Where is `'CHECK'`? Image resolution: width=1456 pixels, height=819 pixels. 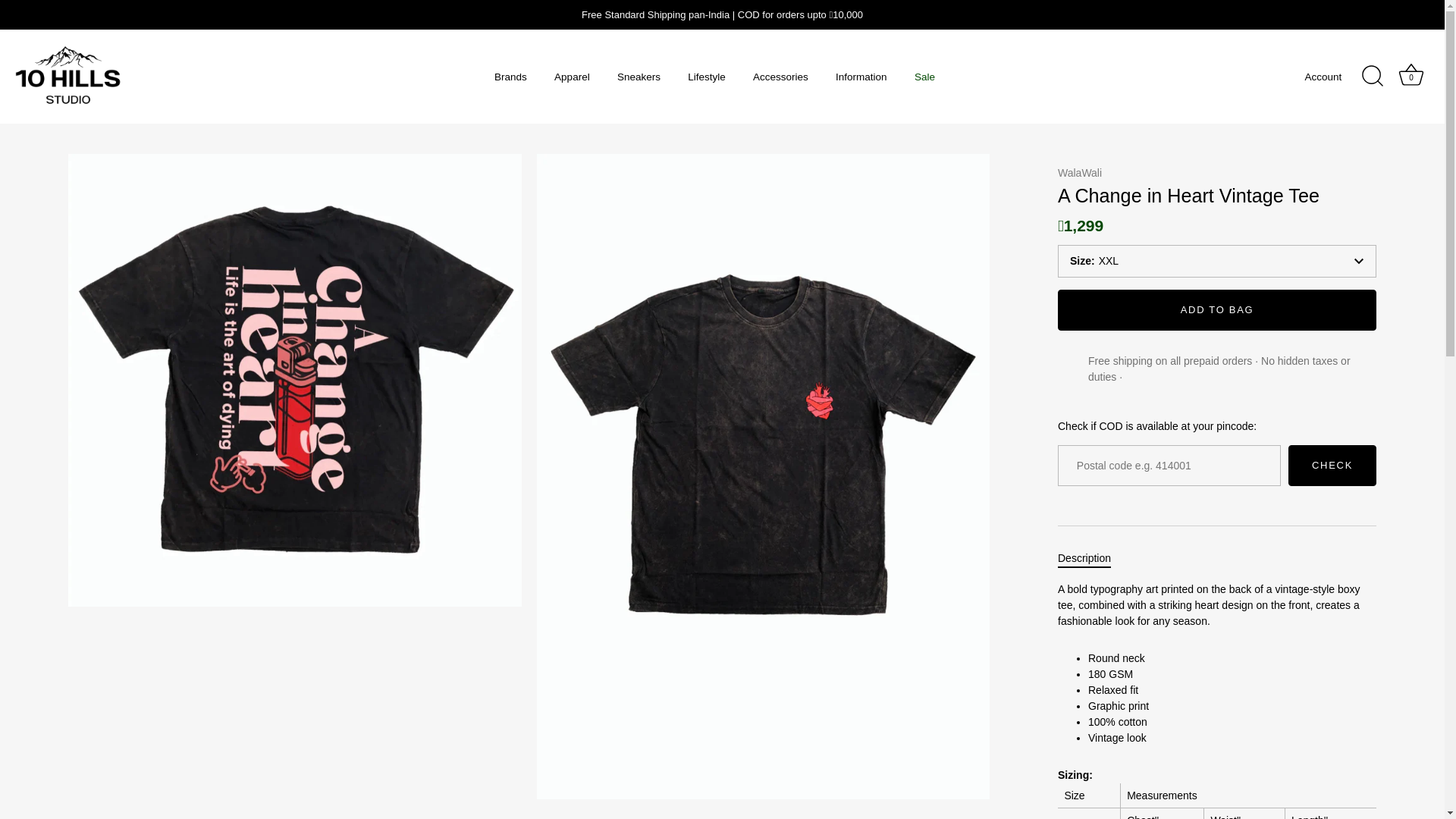
'CHECK' is located at coordinates (1331, 464).